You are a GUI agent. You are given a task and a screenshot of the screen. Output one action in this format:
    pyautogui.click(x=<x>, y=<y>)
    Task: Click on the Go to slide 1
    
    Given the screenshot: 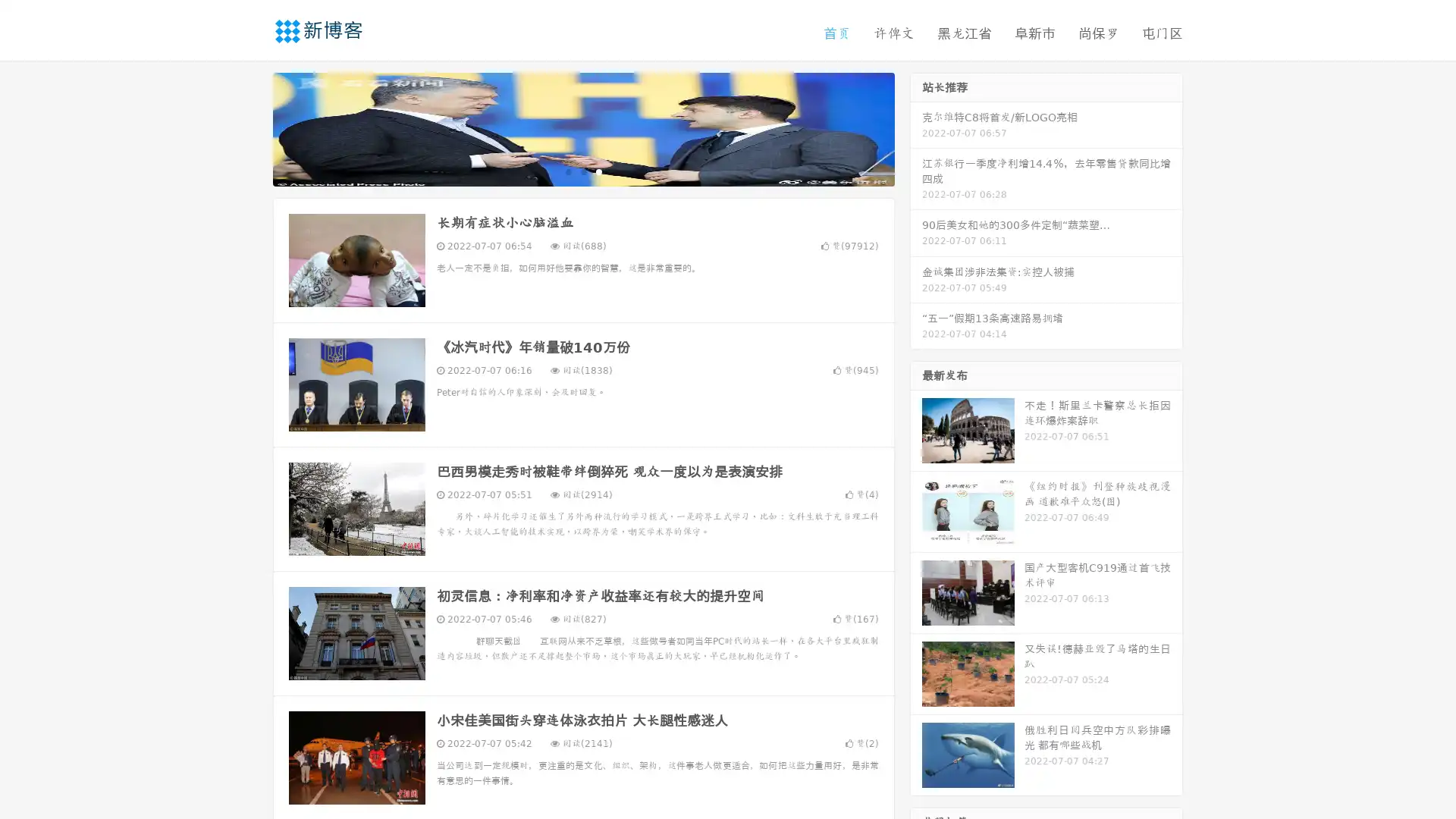 What is the action you would take?
    pyautogui.click(x=567, y=171)
    